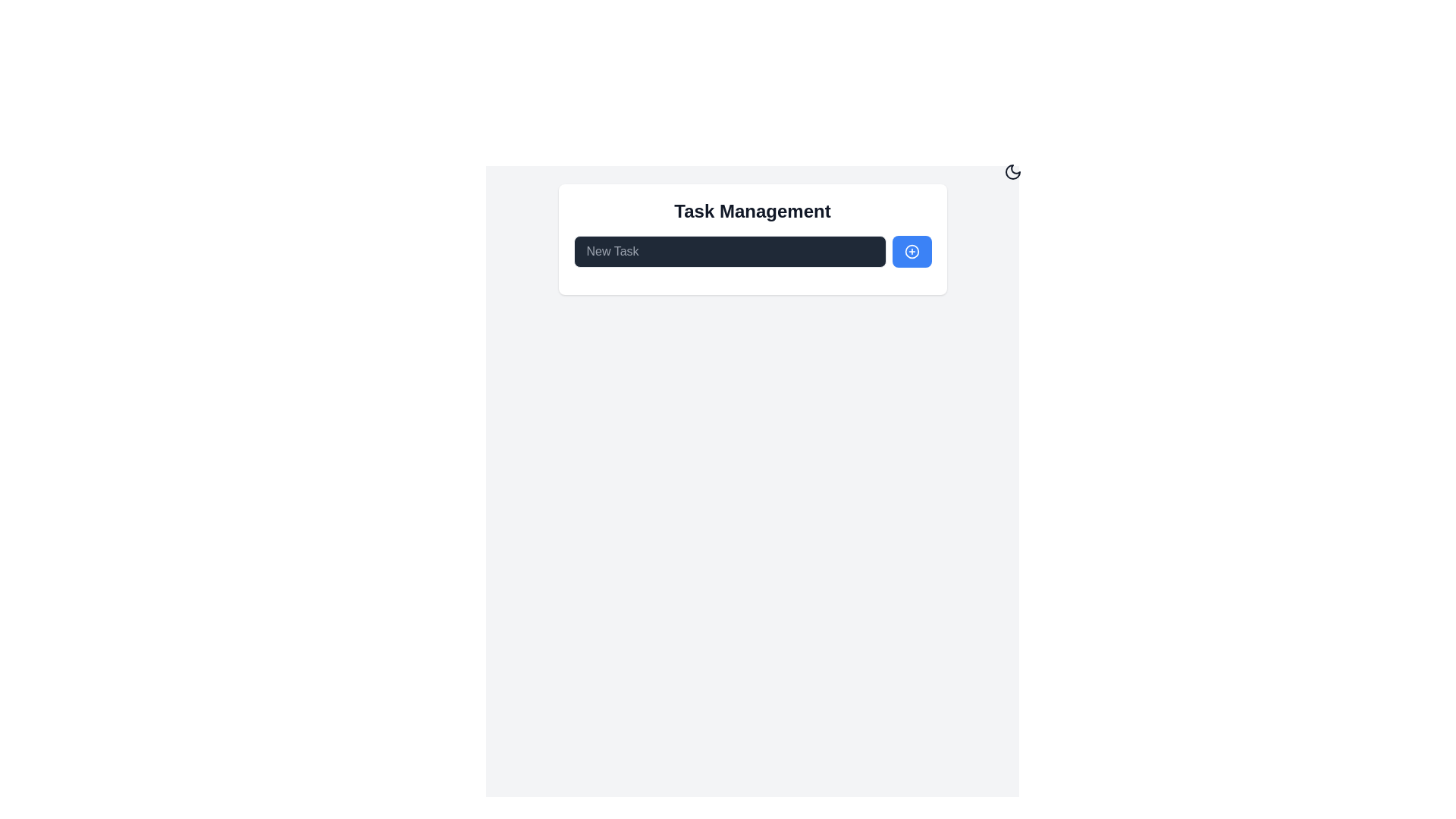 This screenshot has height=819, width=1456. I want to click on the blue button with a white text and a '+' icon, so click(911, 250).